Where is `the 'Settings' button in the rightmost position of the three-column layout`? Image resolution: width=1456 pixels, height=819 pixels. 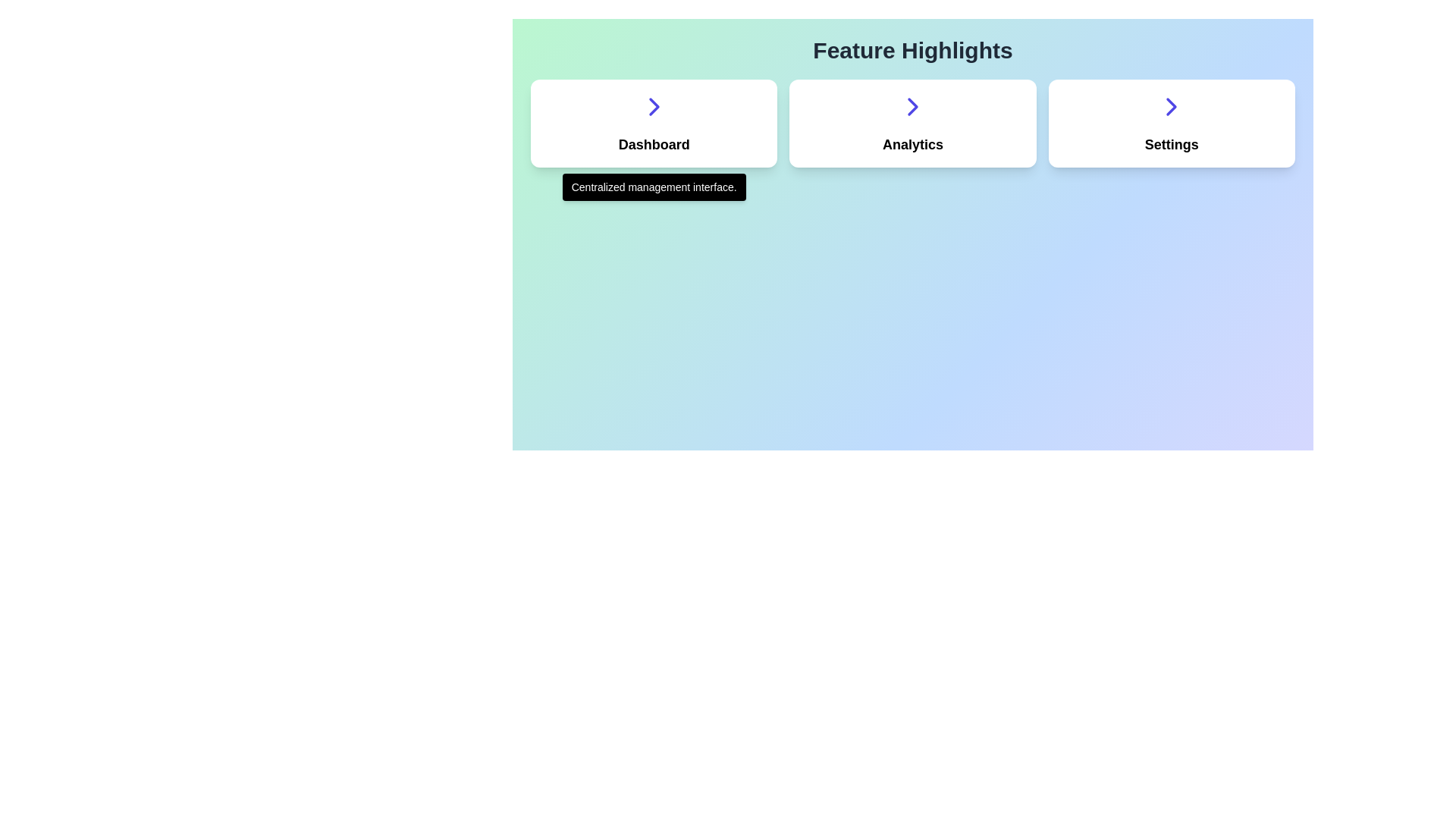
the 'Settings' button in the rightmost position of the three-column layout is located at coordinates (1171, 122).